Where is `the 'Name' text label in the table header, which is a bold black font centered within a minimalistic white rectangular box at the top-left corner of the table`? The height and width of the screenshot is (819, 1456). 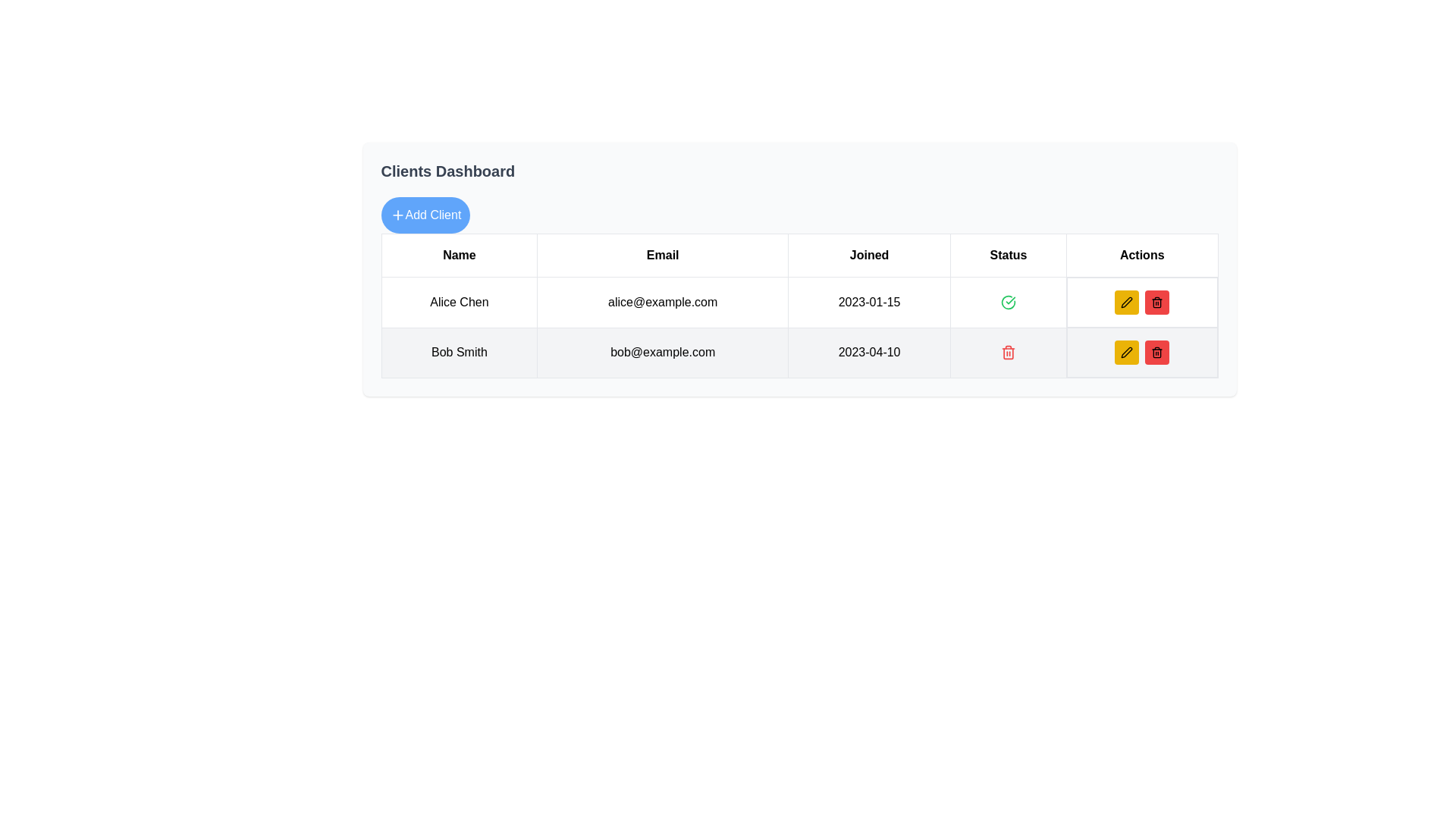
the 'Name' text label in the table header, which is a bold black font centered within a minimalistic white rectangular box at the top-left corner of the table is located at coordinates (458, 254).